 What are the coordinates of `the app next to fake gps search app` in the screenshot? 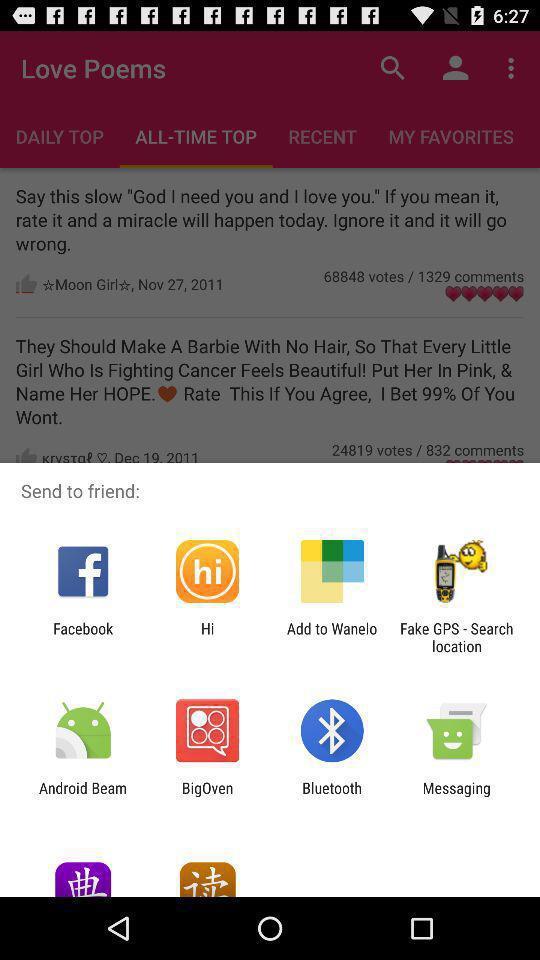 It's located at (332, 636).